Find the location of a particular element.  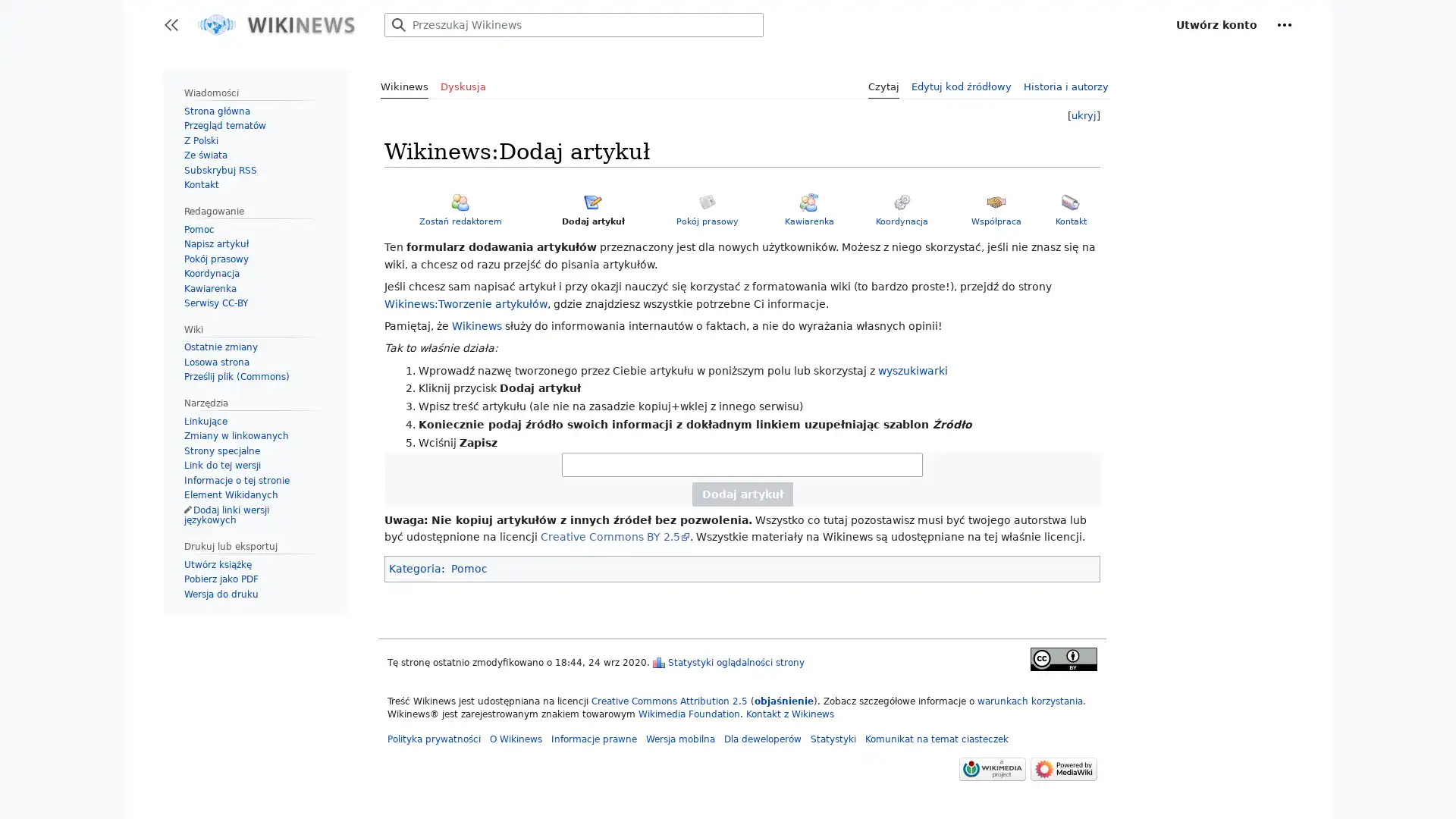

Szukaj is located at coordinates (399, 25).